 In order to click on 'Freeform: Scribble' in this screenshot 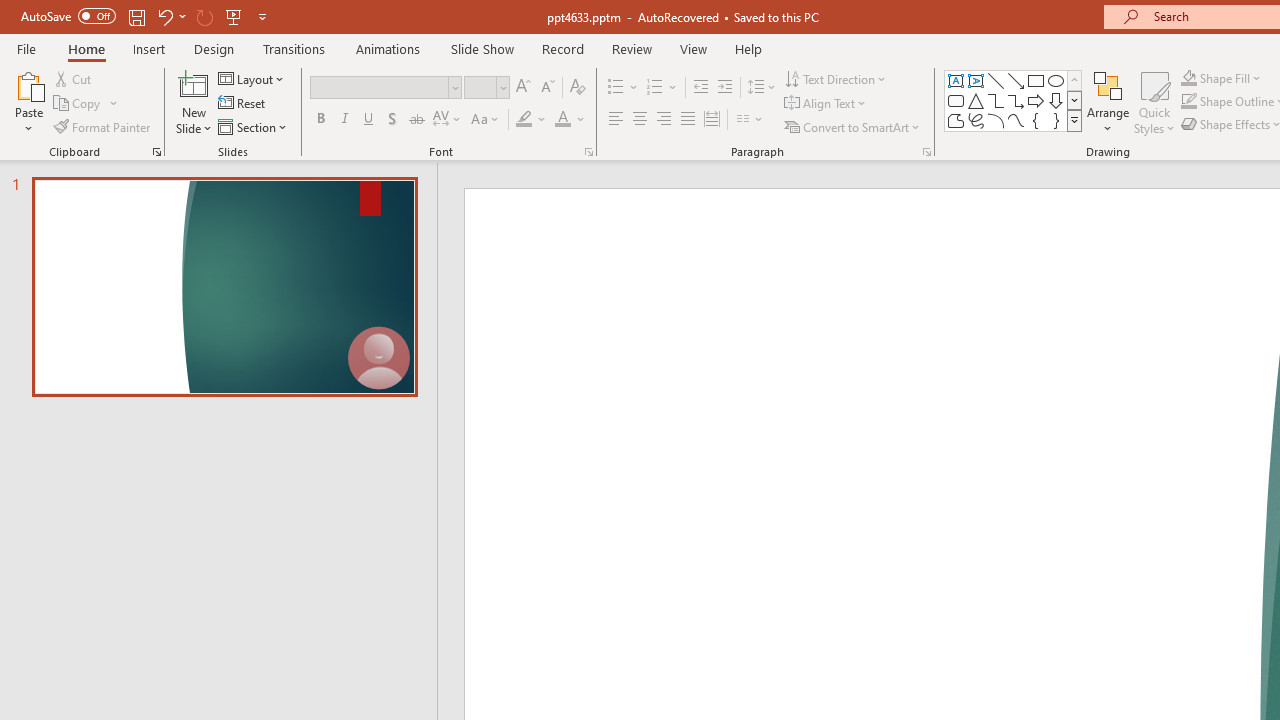, I will do `click(976, 120)`.